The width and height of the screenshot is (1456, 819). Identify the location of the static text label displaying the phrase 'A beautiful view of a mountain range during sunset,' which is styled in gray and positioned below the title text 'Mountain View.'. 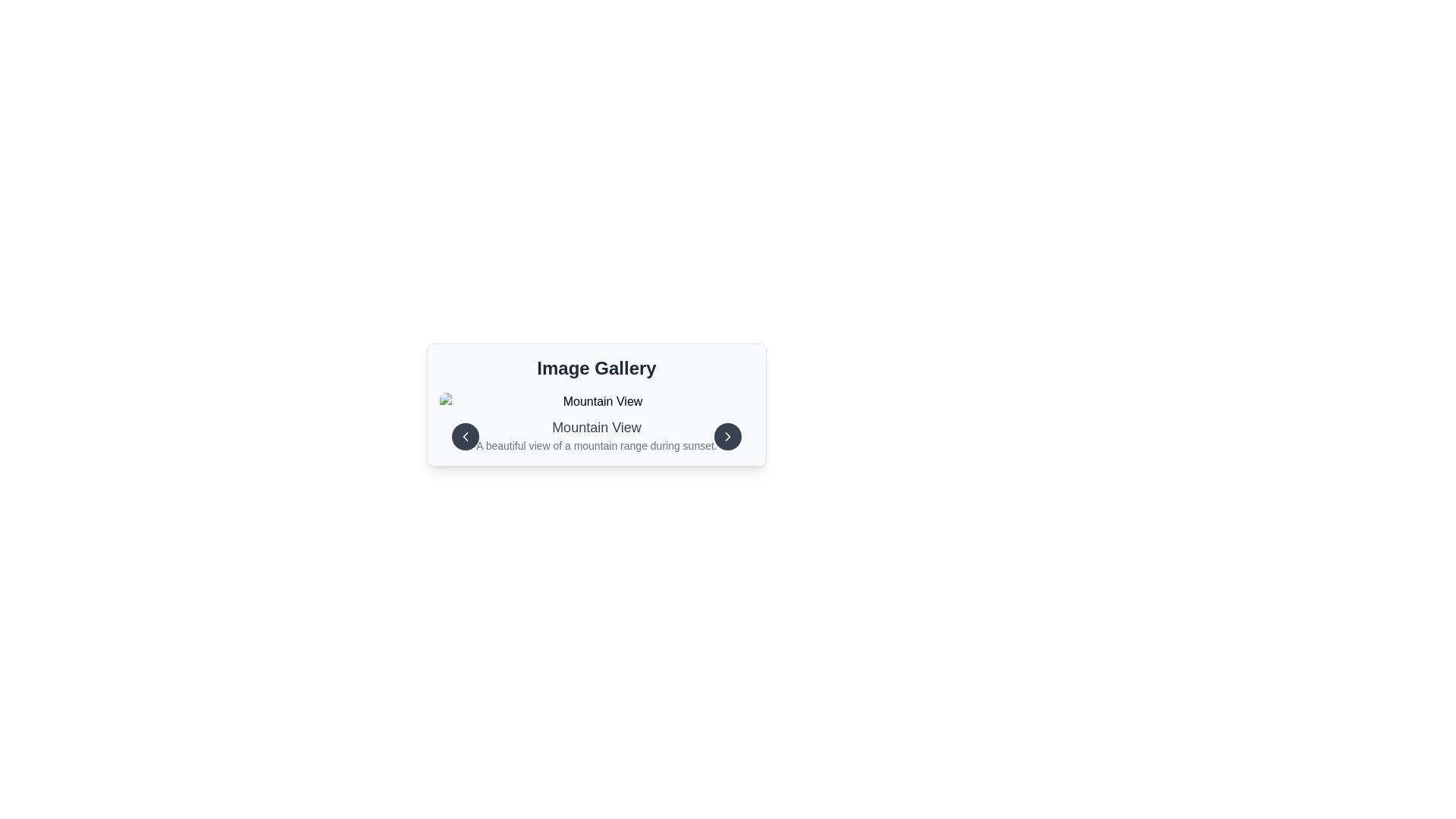
(596, 444).